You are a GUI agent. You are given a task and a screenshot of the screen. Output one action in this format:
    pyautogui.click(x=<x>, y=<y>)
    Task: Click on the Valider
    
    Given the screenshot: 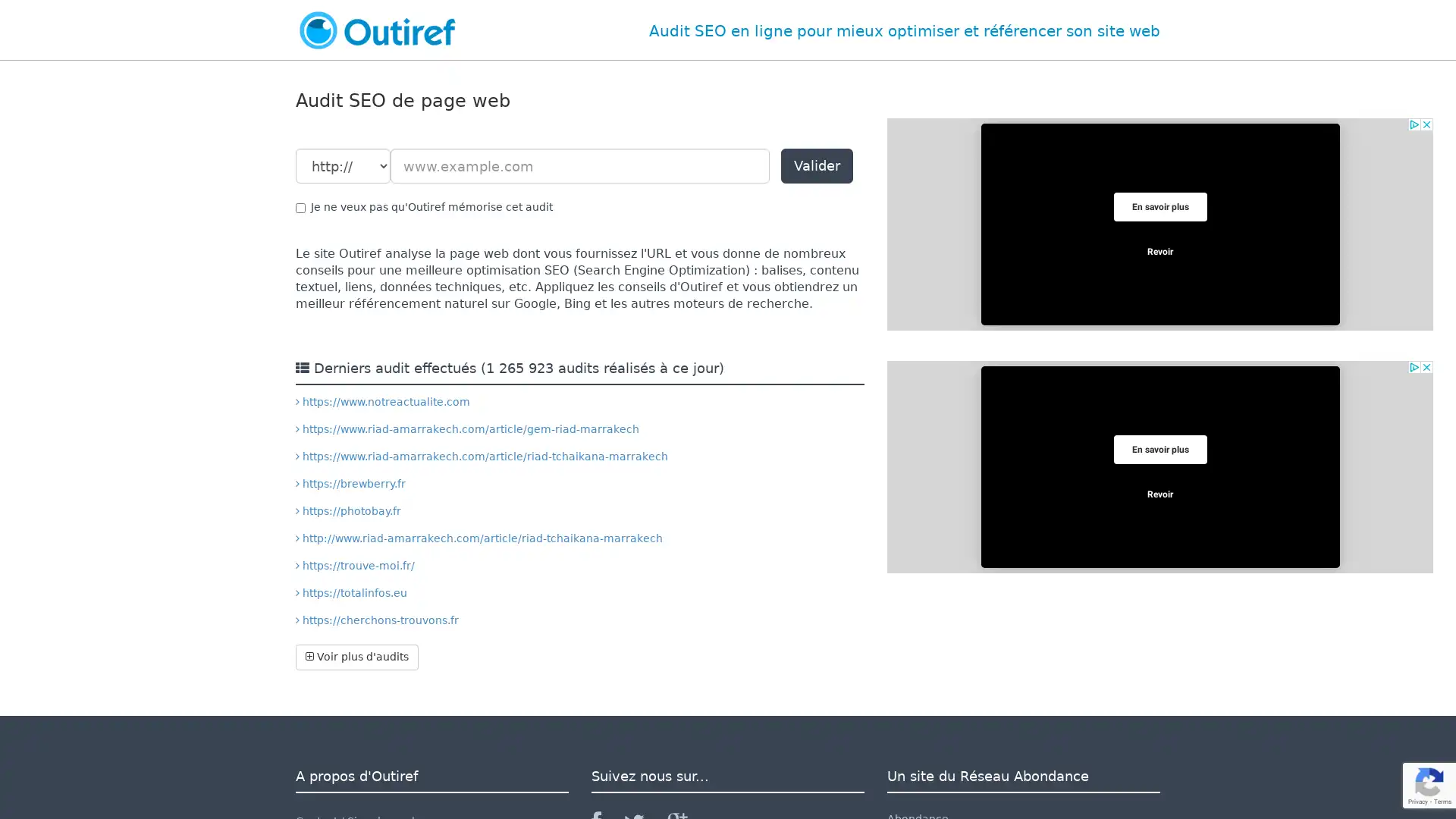 What is the action you would take?
    pyautogui.click(x=816, y=166)
    